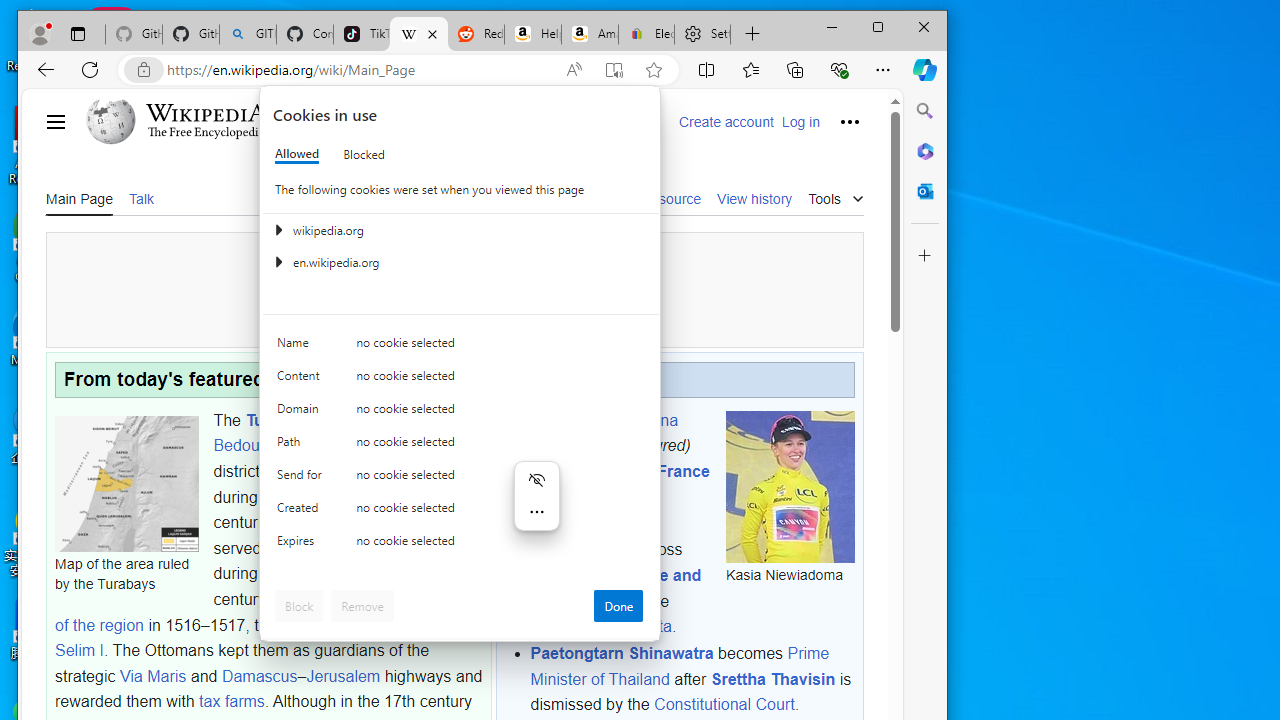 The width and height of the screenshot is (1280, 720). What do you see at coordinates (301, 545) in the screenshot?
I see `'Expires'` at bounding box center [301, 545].